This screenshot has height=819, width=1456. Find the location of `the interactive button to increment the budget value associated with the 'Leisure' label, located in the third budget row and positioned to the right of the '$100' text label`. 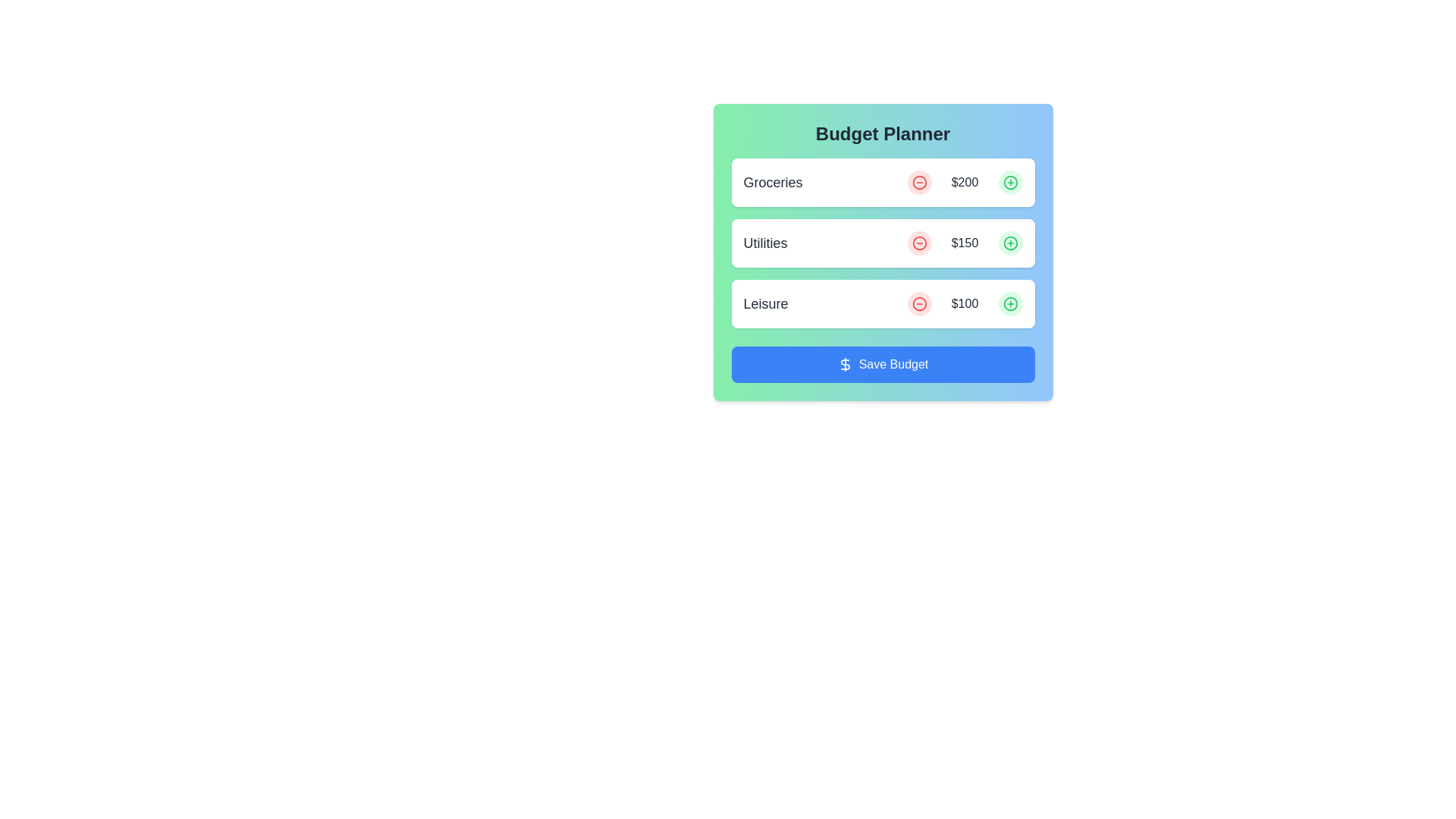

the interactive button to increment the budget value associated with the 'Leisure' label, located in the third budget row and positioned to the right of the '$100' text label is located at coordinates (1010, 304).